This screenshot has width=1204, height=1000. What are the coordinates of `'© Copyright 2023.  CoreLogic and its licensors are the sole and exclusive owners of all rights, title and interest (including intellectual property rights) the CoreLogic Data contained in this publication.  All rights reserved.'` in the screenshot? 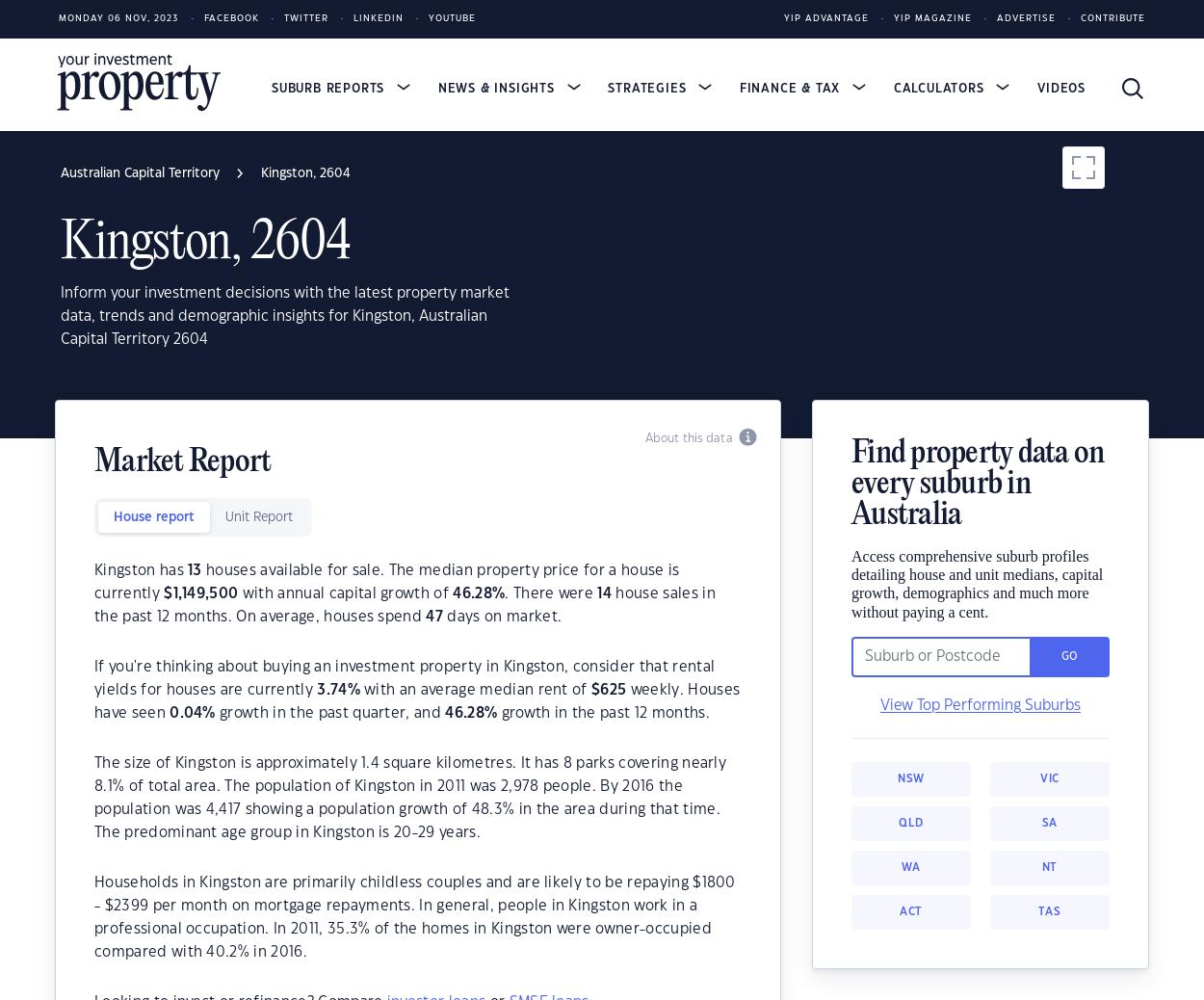 It's located at (596, 818).